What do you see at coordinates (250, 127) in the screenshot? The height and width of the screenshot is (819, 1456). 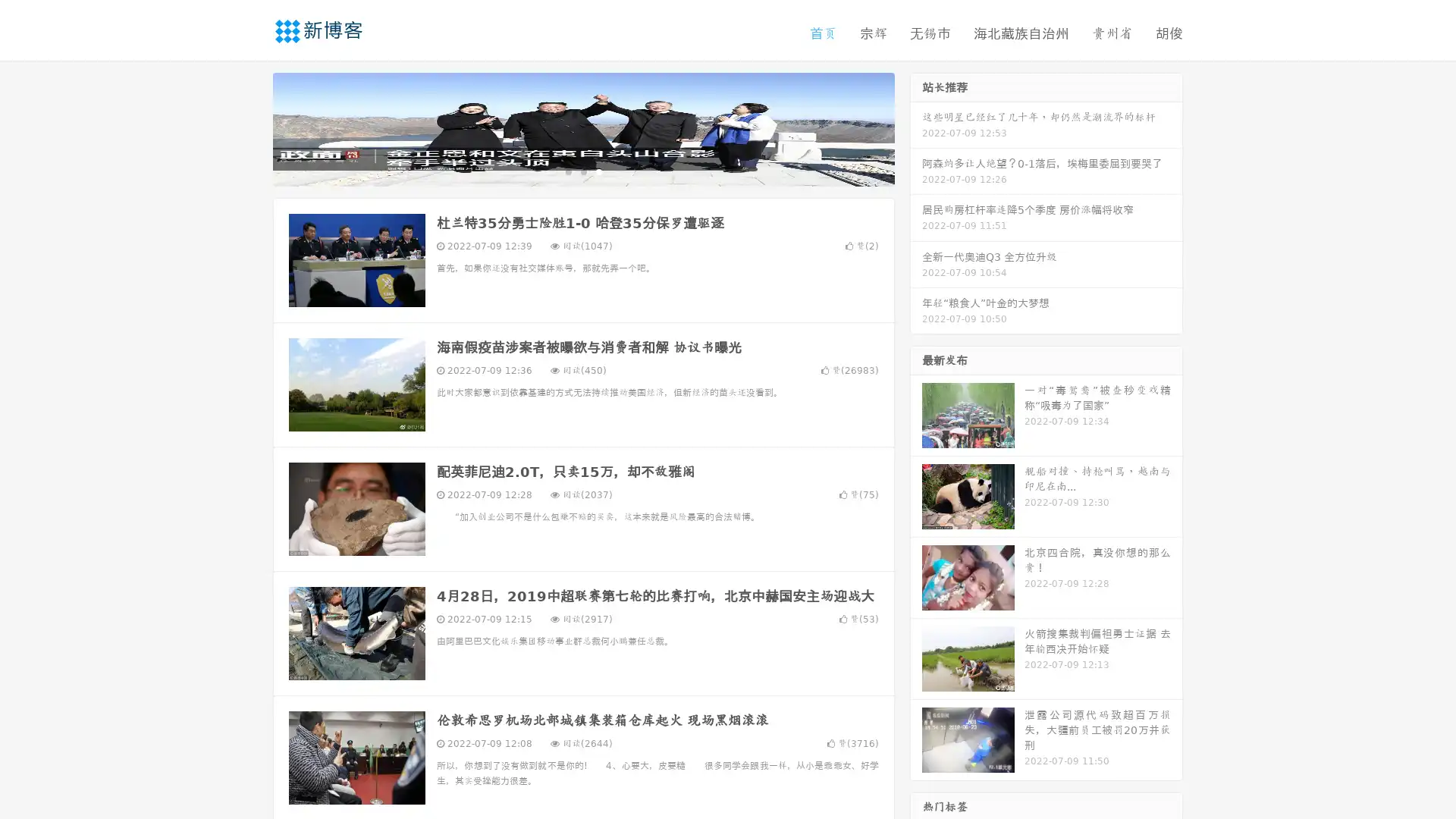 I see `Previous slide` at bounding box center [250, 127].